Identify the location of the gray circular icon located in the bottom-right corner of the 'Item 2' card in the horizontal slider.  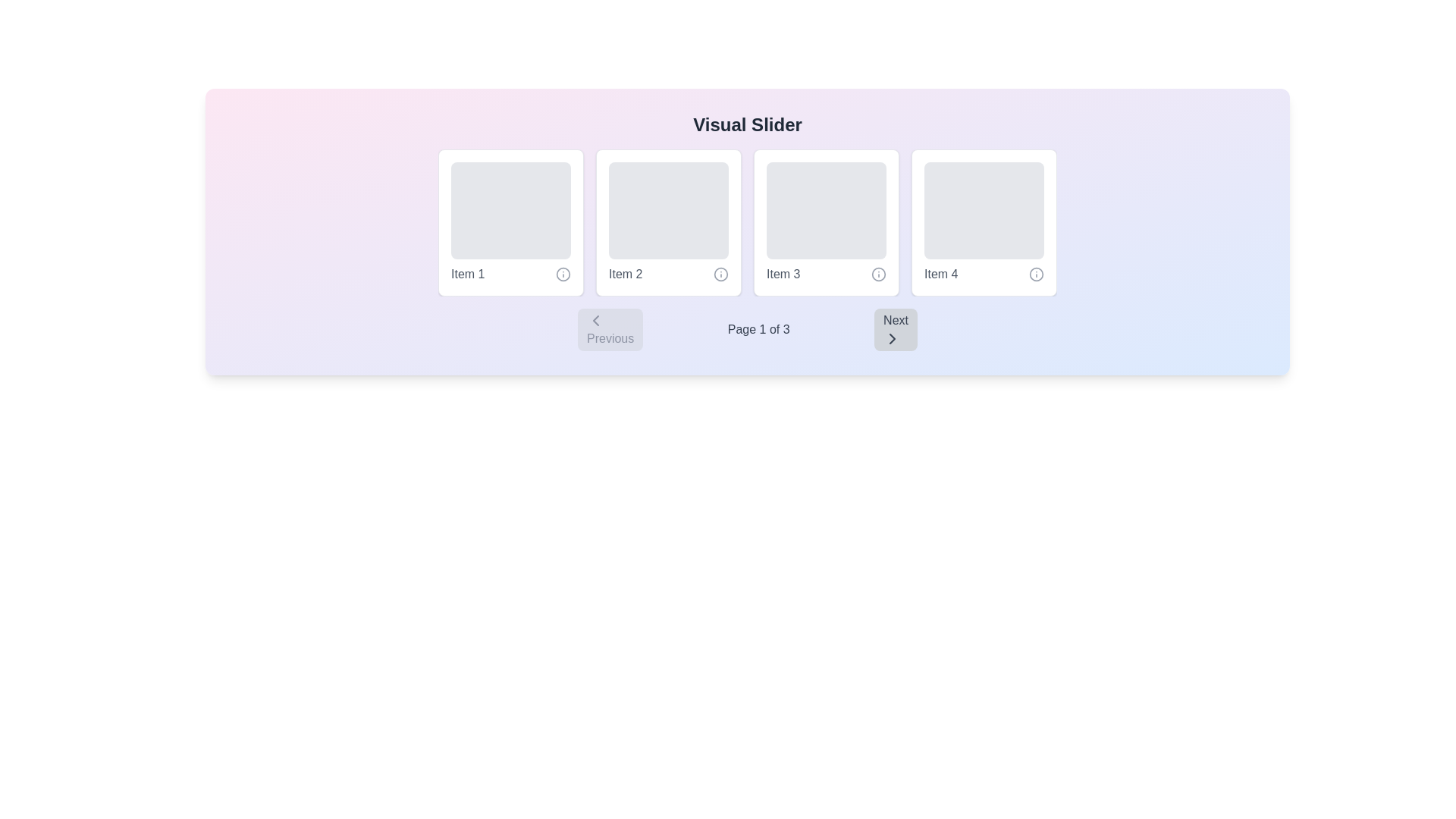
(720, 275).